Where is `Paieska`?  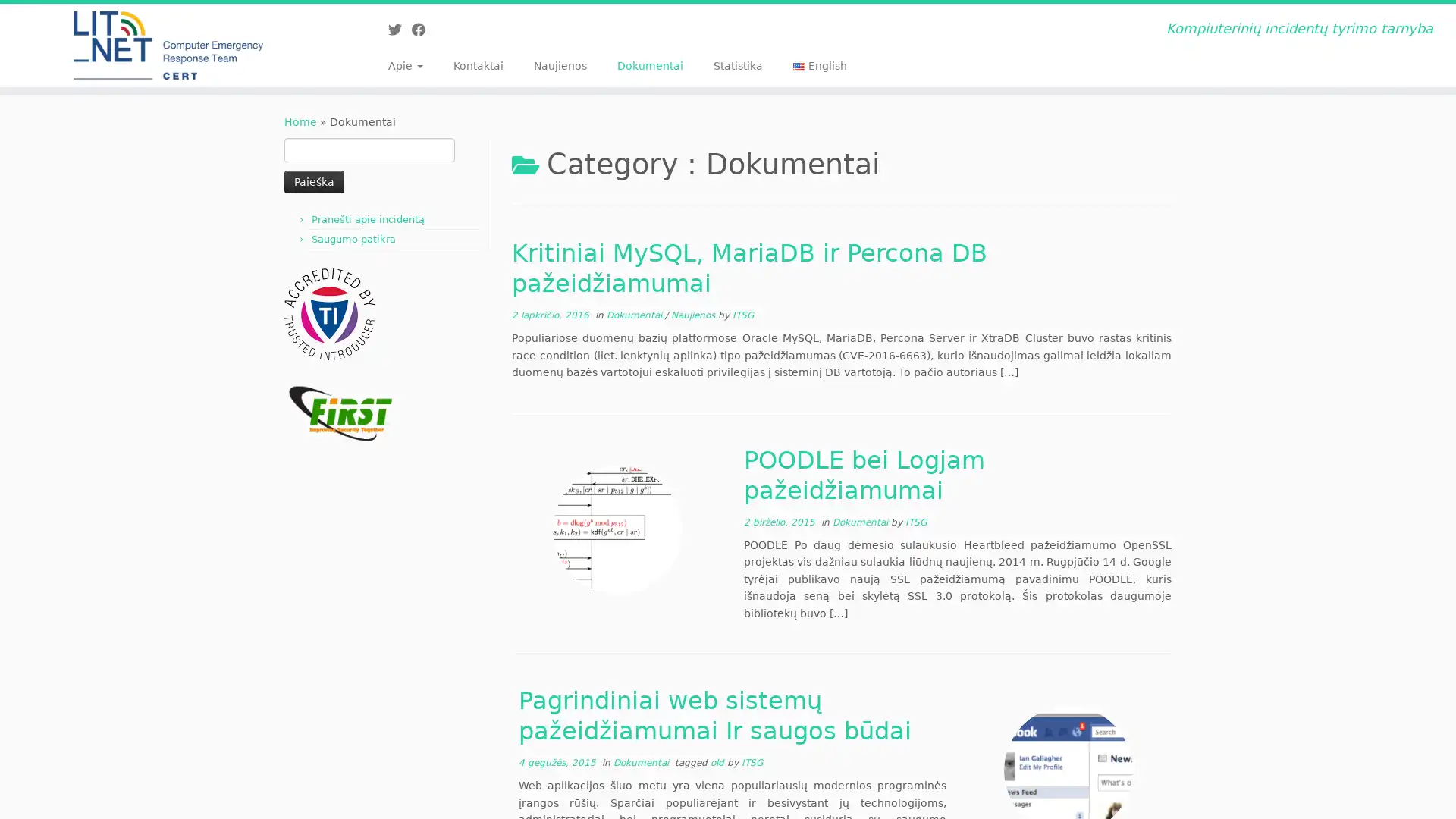
Paieska is located at coordinates (313, 180).